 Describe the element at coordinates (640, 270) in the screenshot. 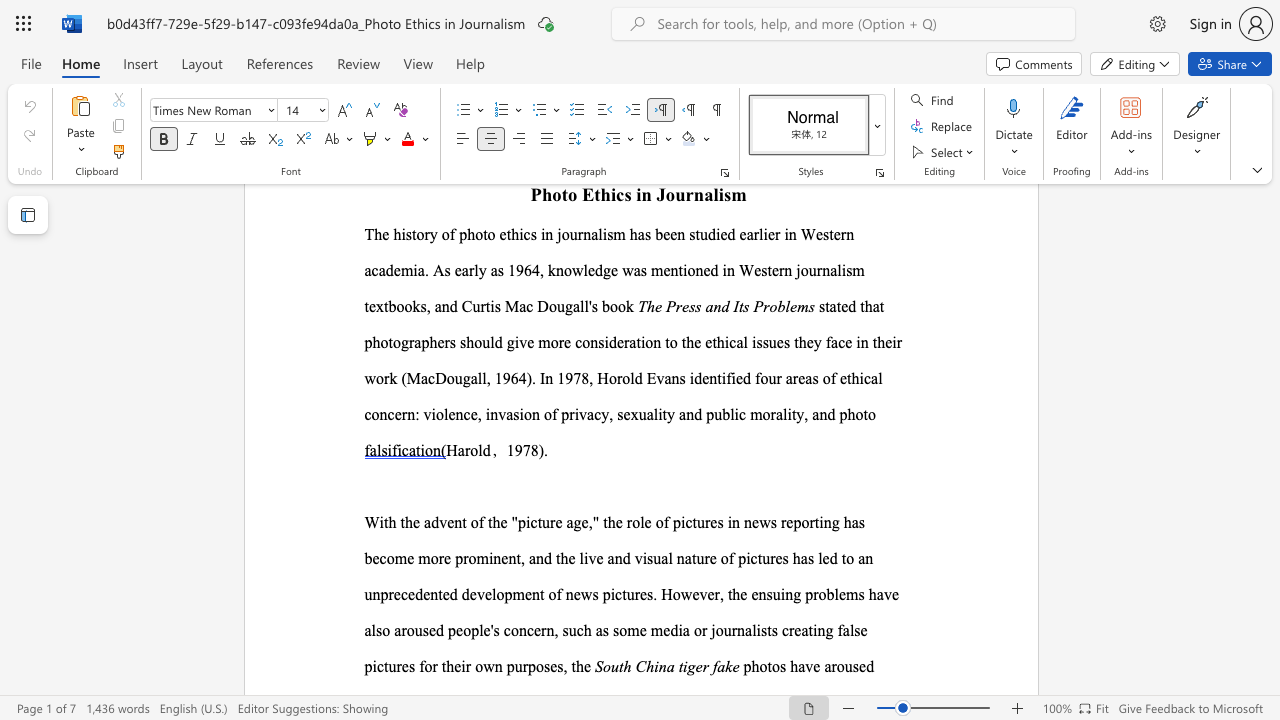

I see `the subset text "s mentioned in Western journalism textbooks, and Curtis Mac Dougall" within the text "The history of photo ethics in journalism has been studied earlier in Western academia. As early as 1964, knowledge was mentioned in Western journalism textbooks, and Curtis Mac Dougall"` at that location.